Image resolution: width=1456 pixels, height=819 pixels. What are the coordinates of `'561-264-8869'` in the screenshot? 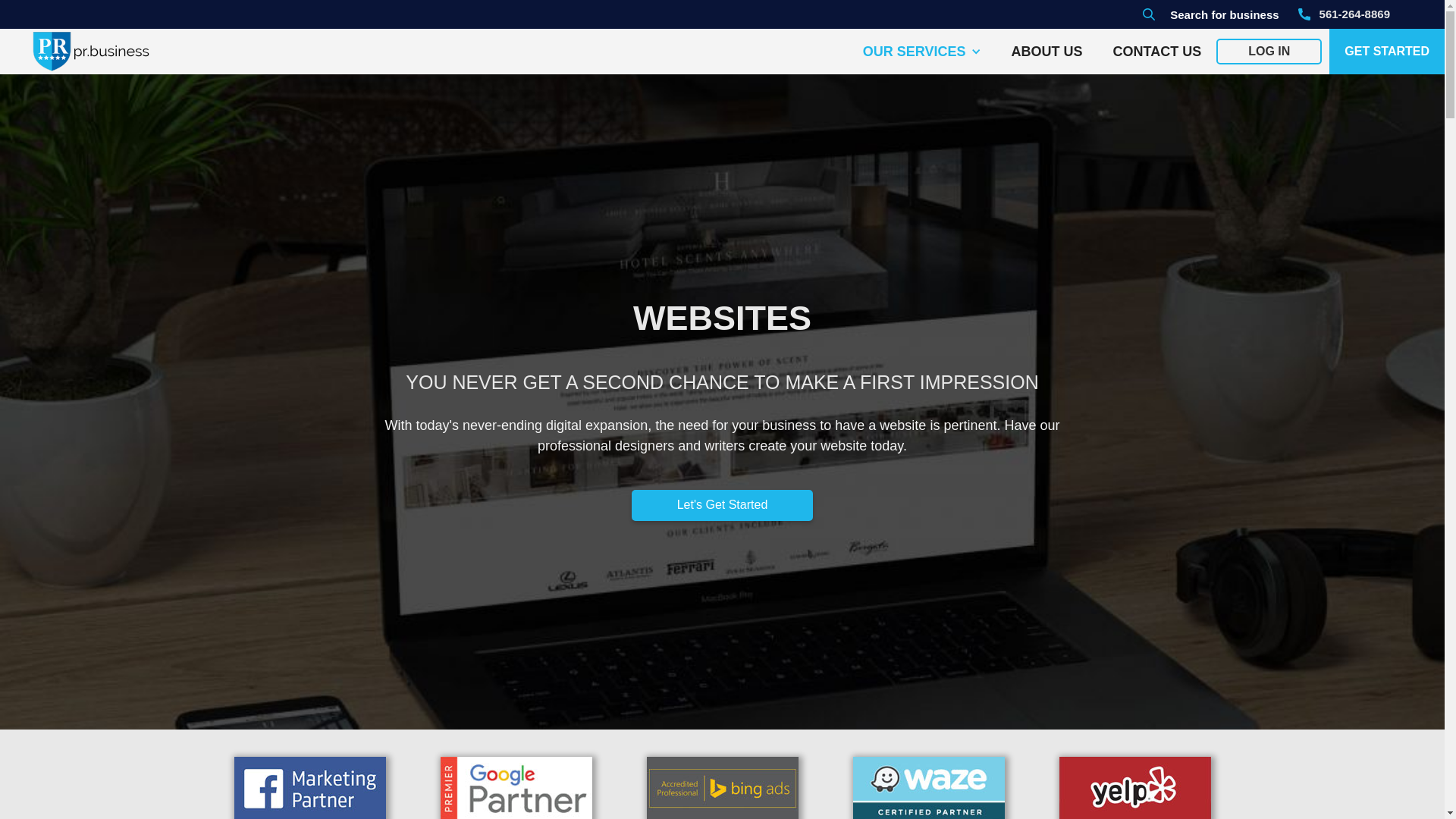 It's located at (1344, 14).